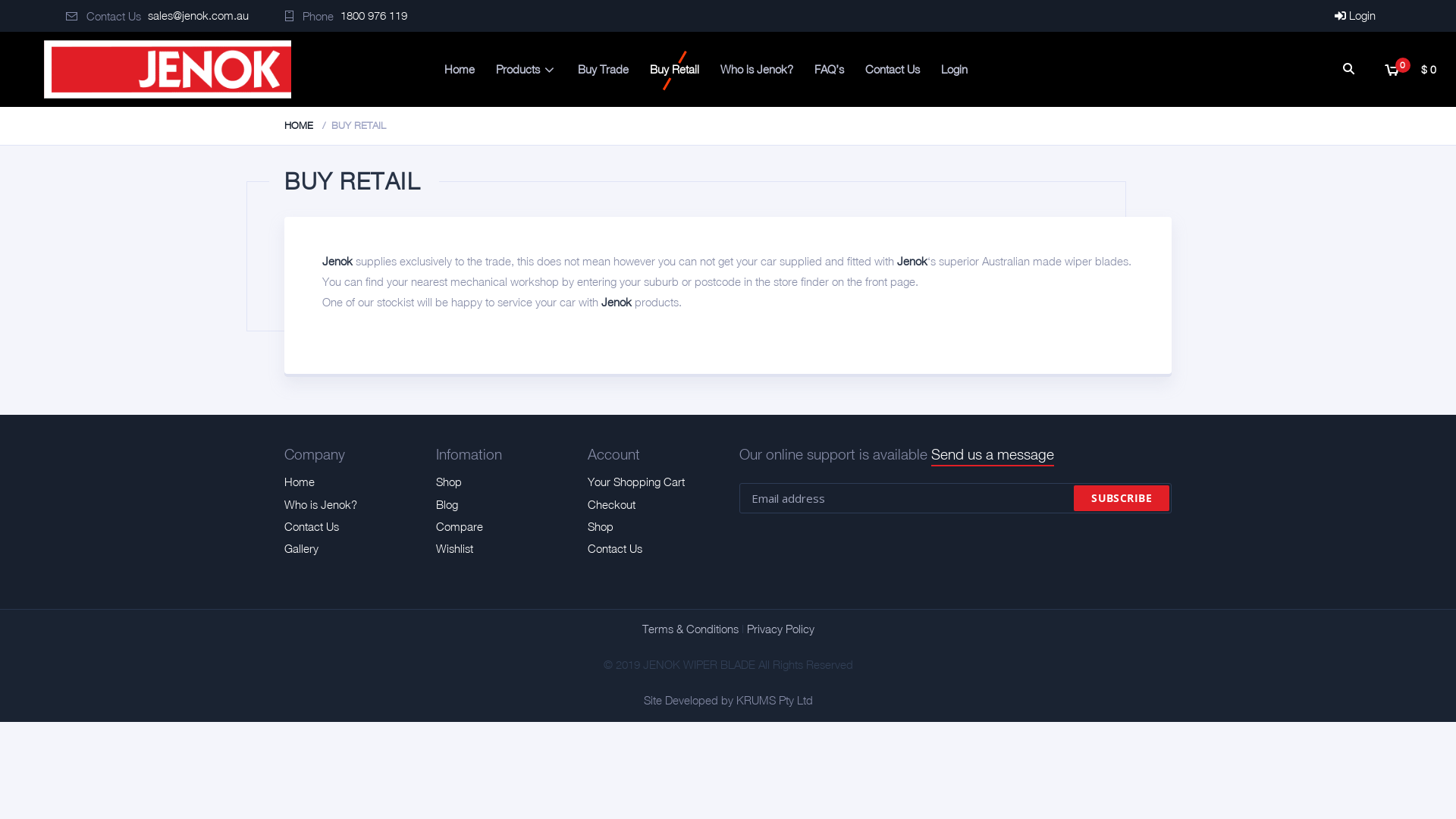 The width and height of the screenshot is (1456, 819). Describe the element at coordinates (447, 482) in the screenshot. I see `'Shop'` at that location.